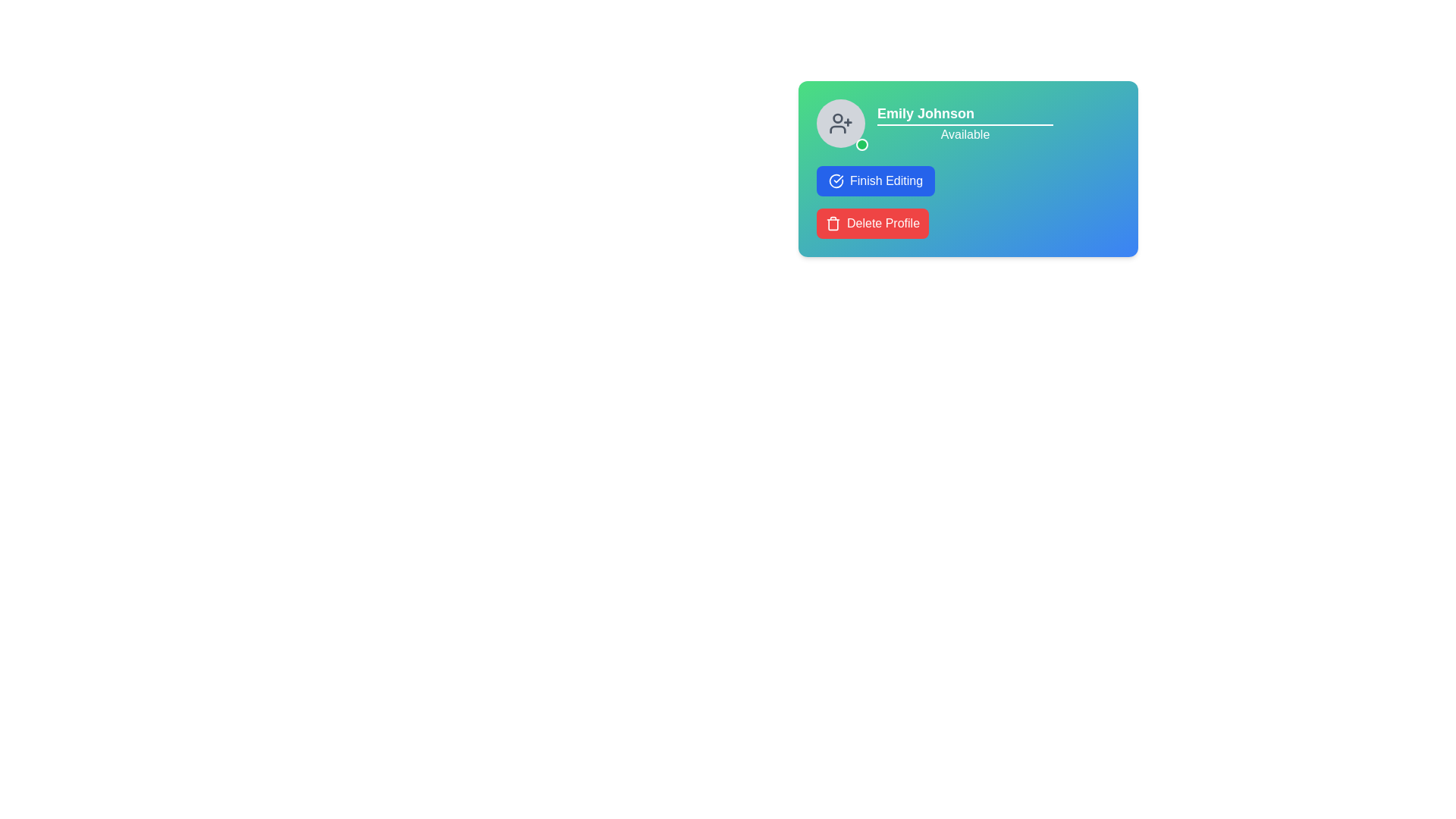 The width and height of the screenshot is (1456, 819). What do you see at coordinates (876, 180) in the screenshot?
I see `the first button above the 'Delete Profile' button to finalize the editing action for the profile associated with 'Emily Johnson'` at bounding box center [876, 180].